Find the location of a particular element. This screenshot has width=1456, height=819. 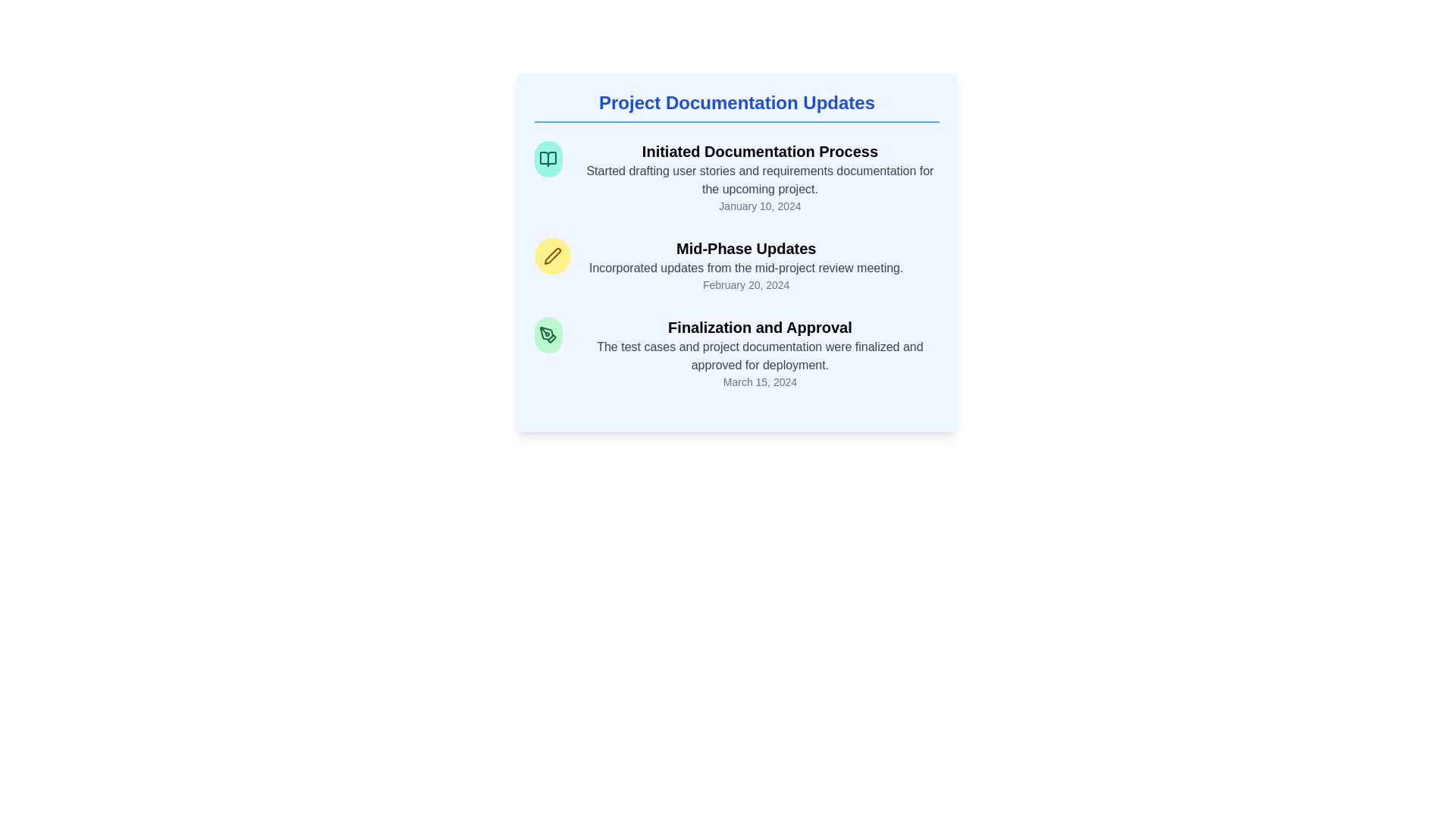

the static text display that provides descriptive details about the documentation process initiation, located below the title 'Initiated Documentation Process' and above the date 'January 10, 2024' is located at coordinates (760, 180).